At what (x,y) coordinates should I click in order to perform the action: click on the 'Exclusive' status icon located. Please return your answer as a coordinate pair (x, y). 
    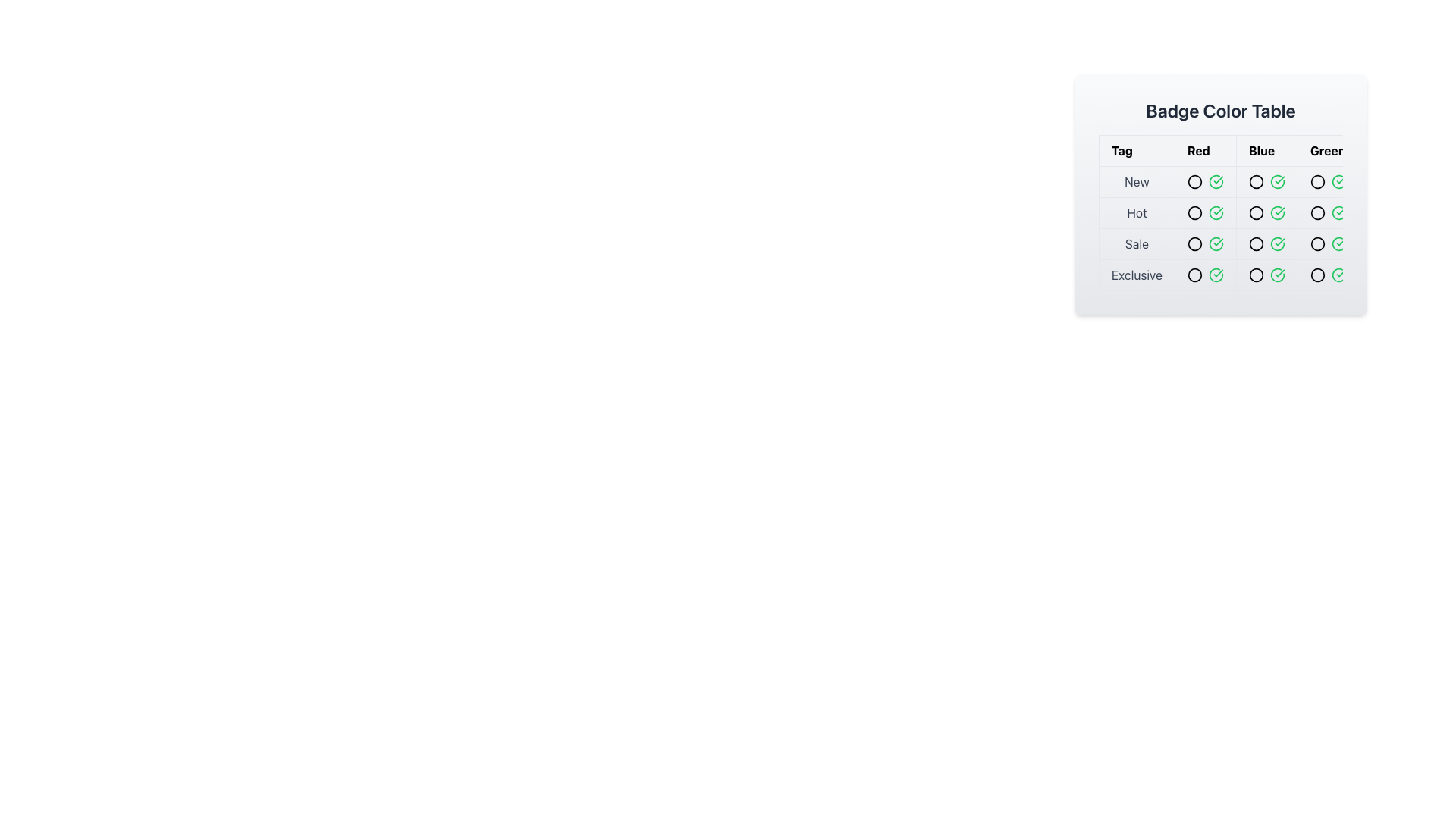
    Looking at the image, I should click on (1316, 275).